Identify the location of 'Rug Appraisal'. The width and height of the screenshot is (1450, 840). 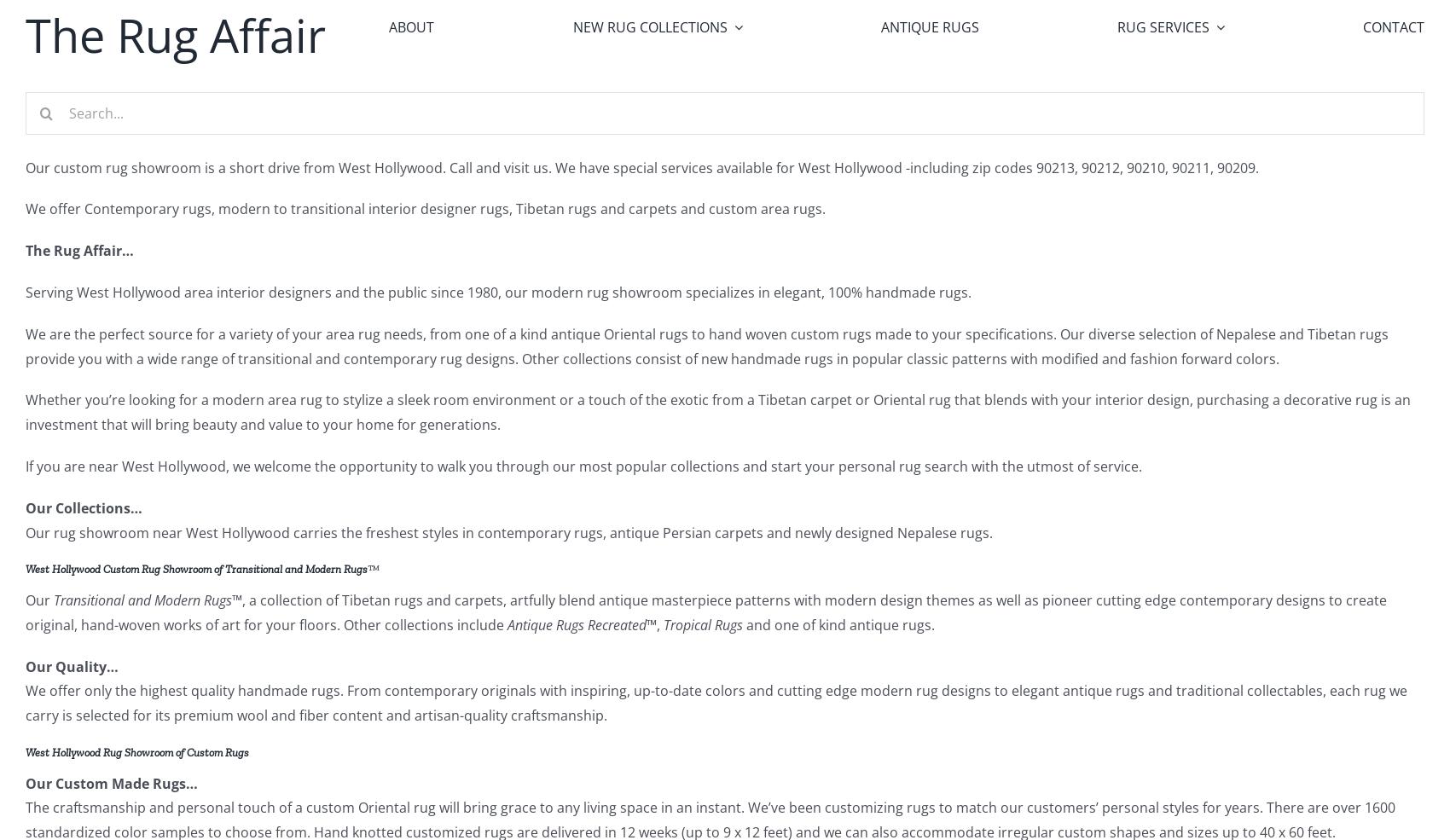
(1134, 160).